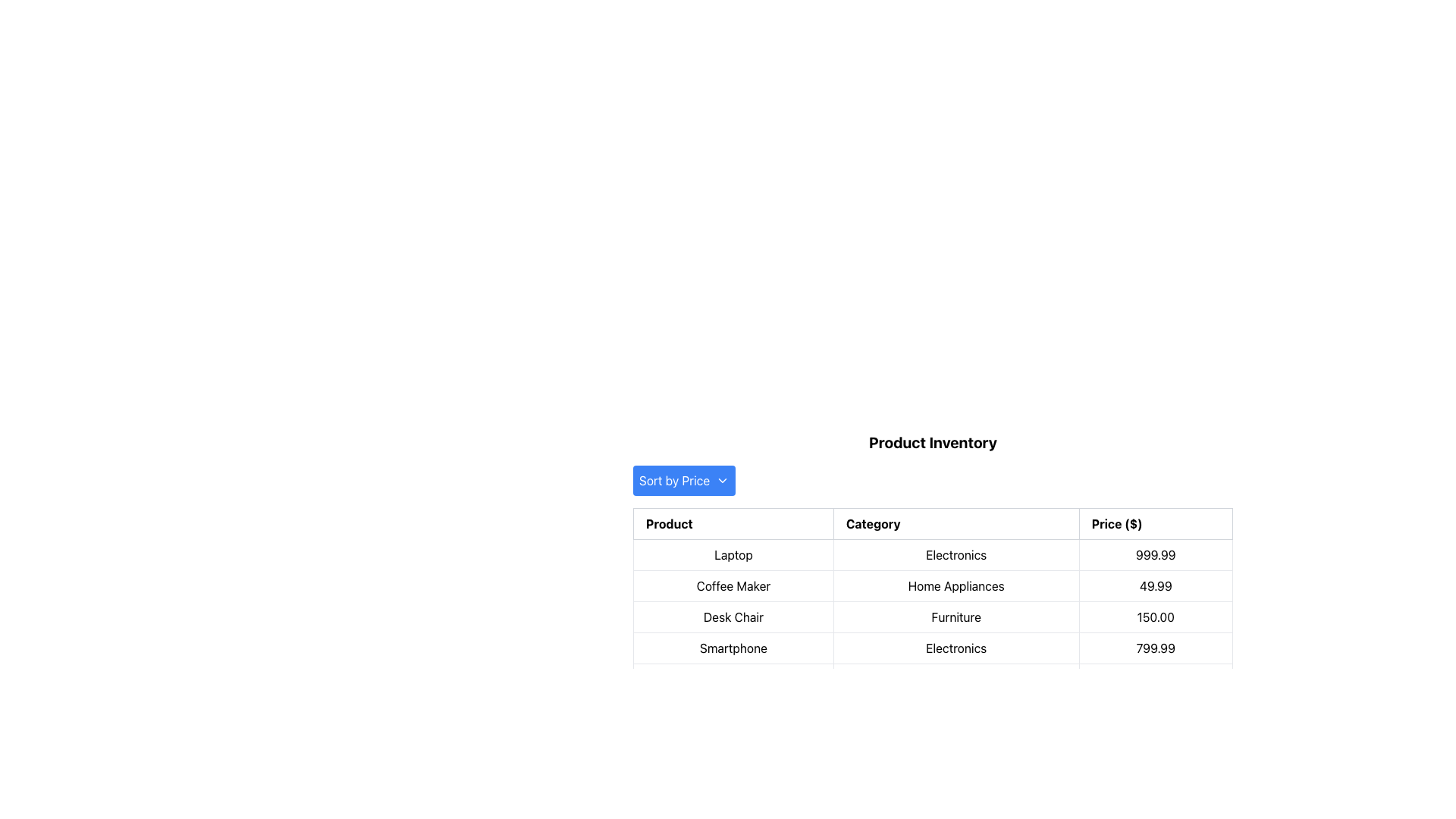 The image size is (1456, 819). What do you see at coordinates (955, 522) in the screenshot?
I see `the second column header in the table` at bounding box center [955, 522].